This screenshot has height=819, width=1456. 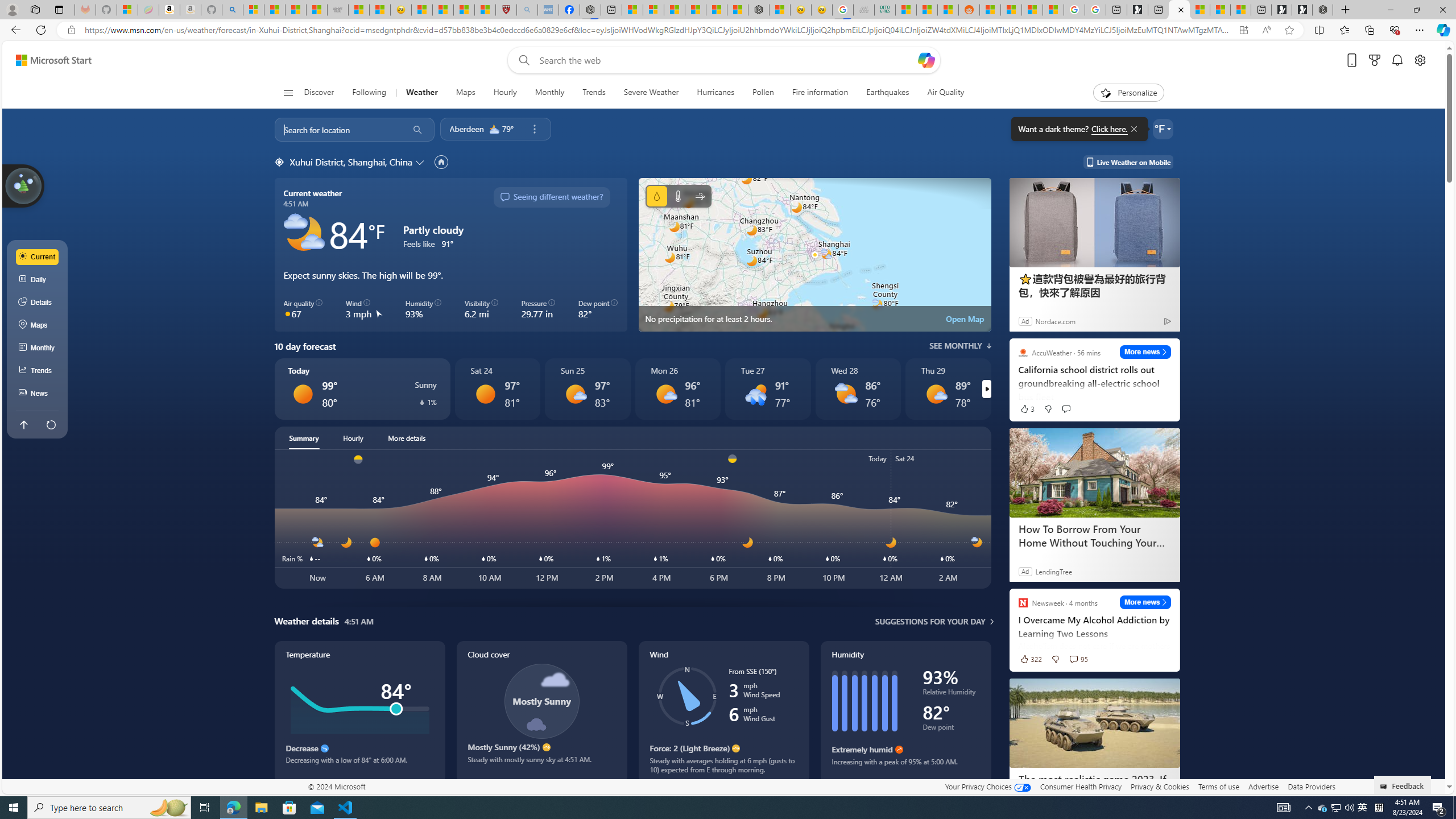 What do you see at coordinates (533, 128) in the screenshot?
I see `'Remove location'` at bounding box center [533, 128].